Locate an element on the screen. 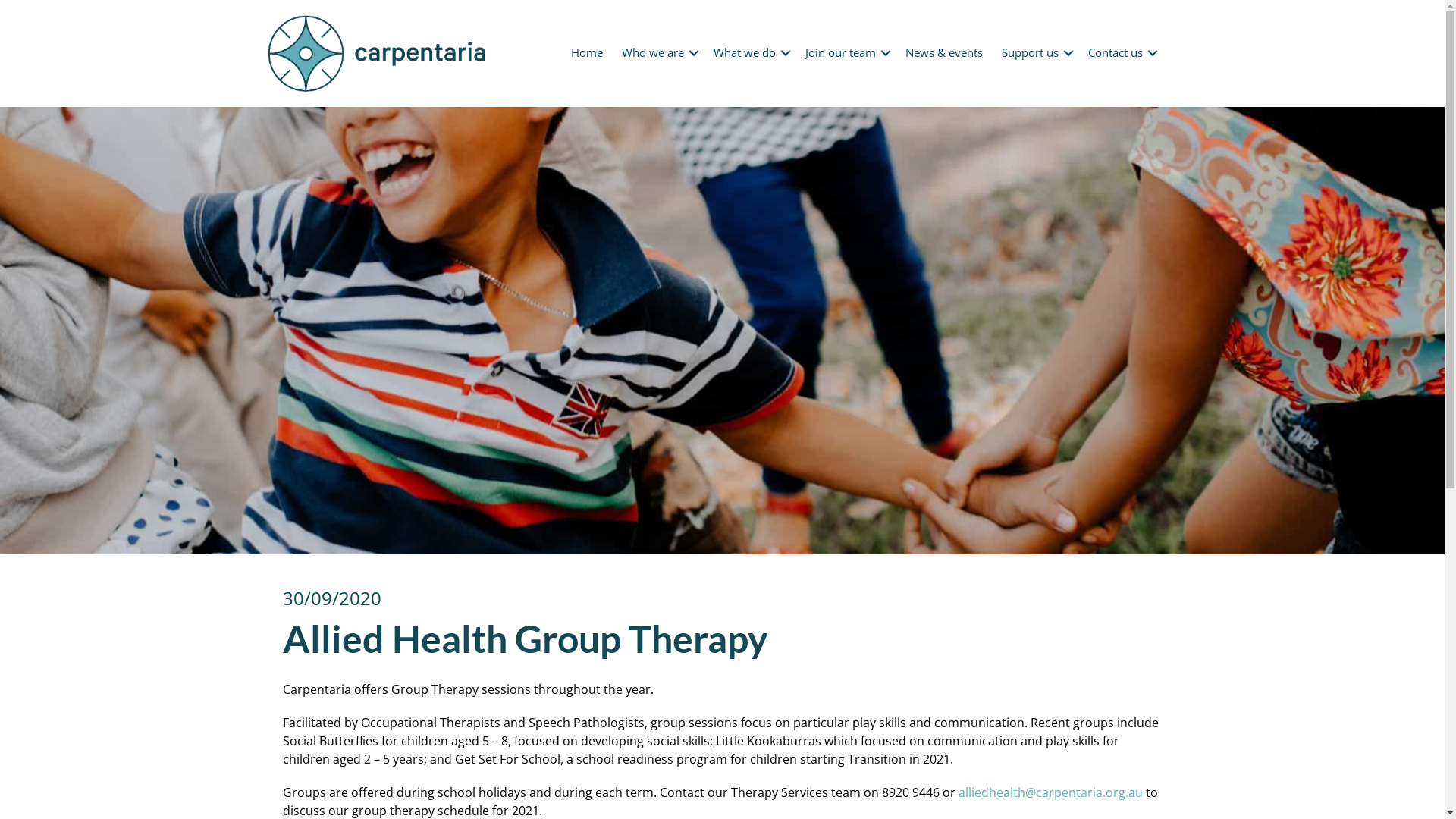  'What we do' is located at coordinates (749, 52).